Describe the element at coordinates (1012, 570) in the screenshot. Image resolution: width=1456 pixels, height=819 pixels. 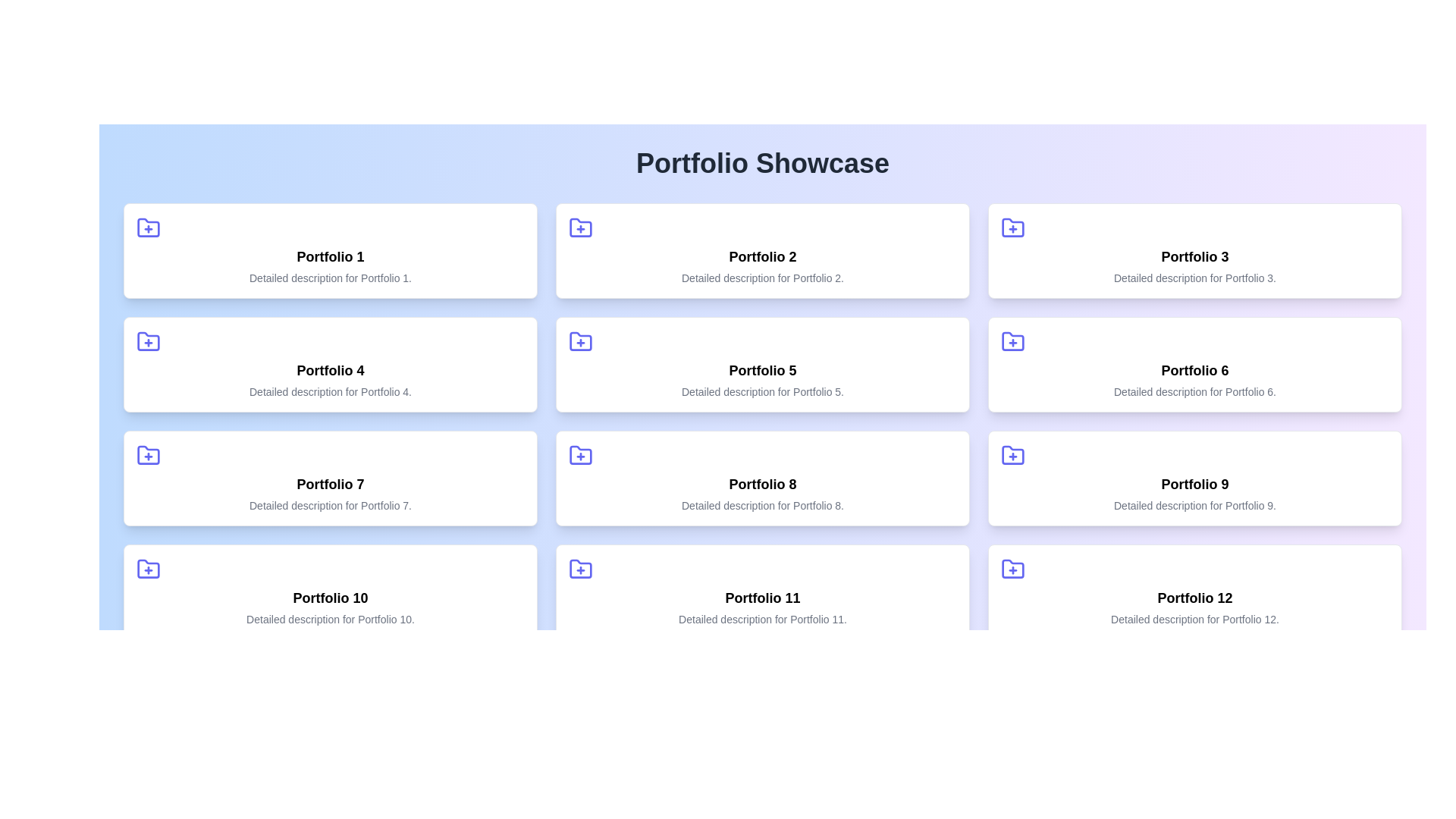
I see `the folder icon with a plus symbol in bold indigo color, located above the text 'Portfolio 12'` at that location.